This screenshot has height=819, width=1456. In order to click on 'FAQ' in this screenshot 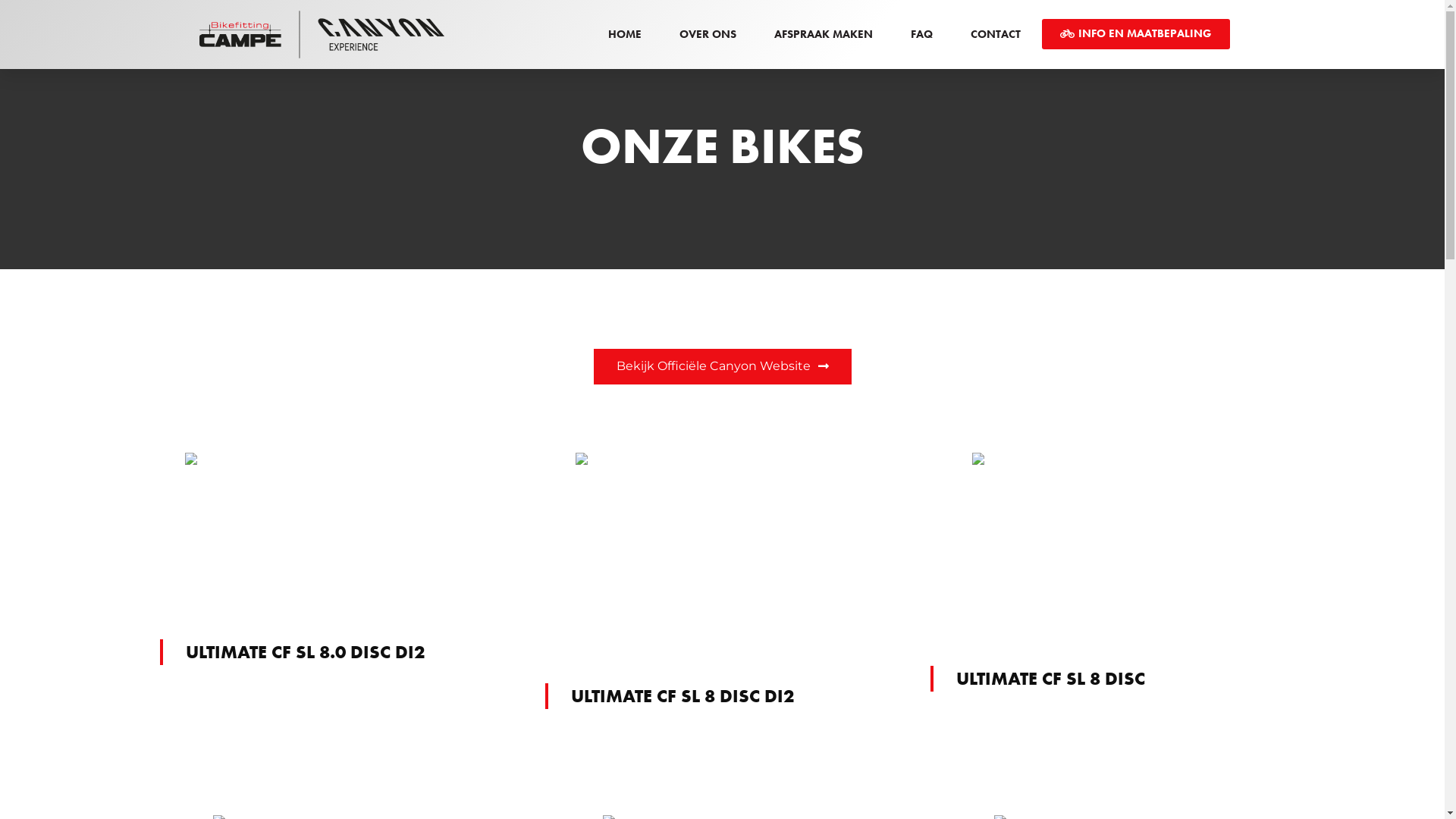, I will do `click(920, 34)`.